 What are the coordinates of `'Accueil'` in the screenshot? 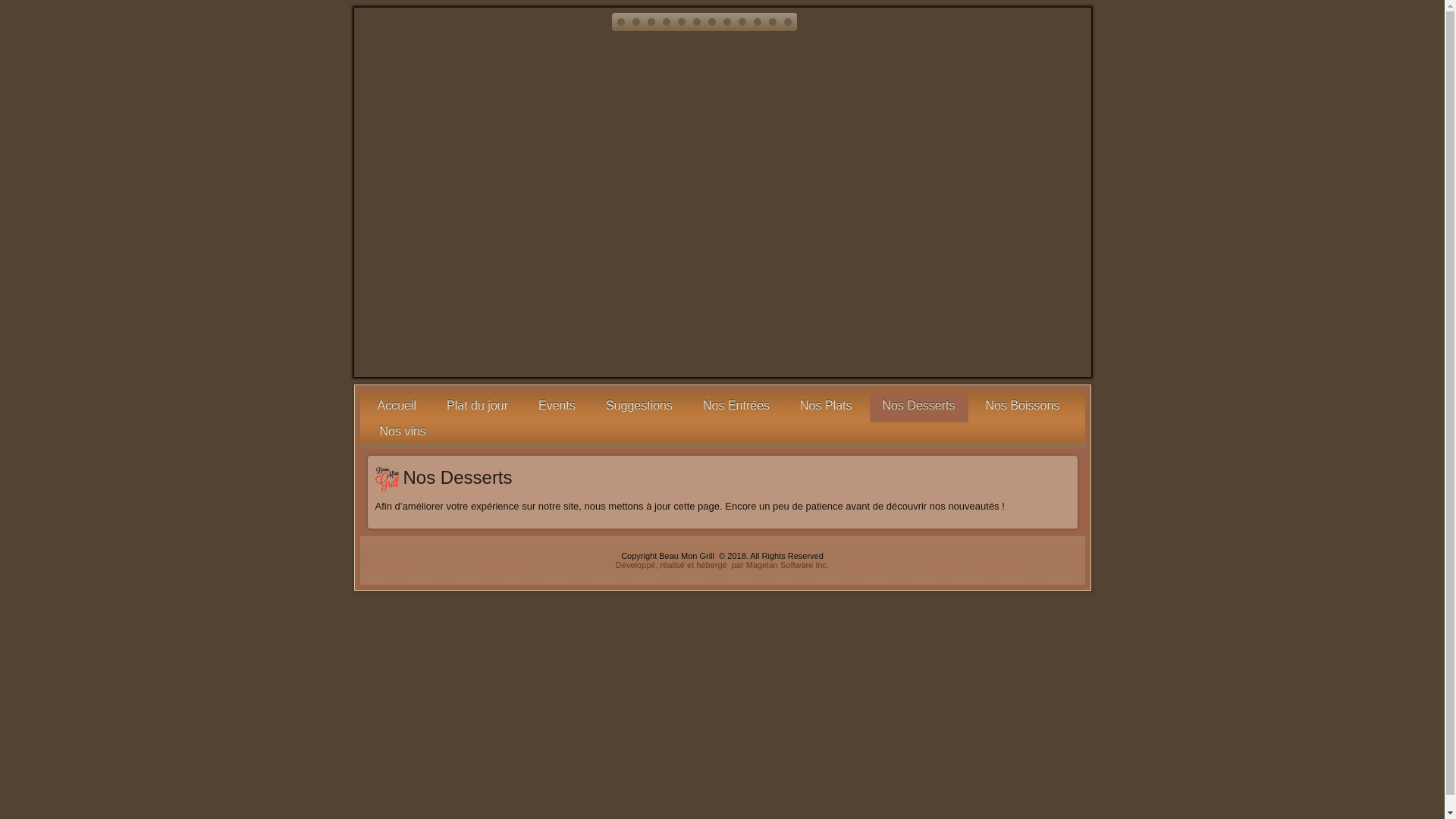 It's located at (397, 405).